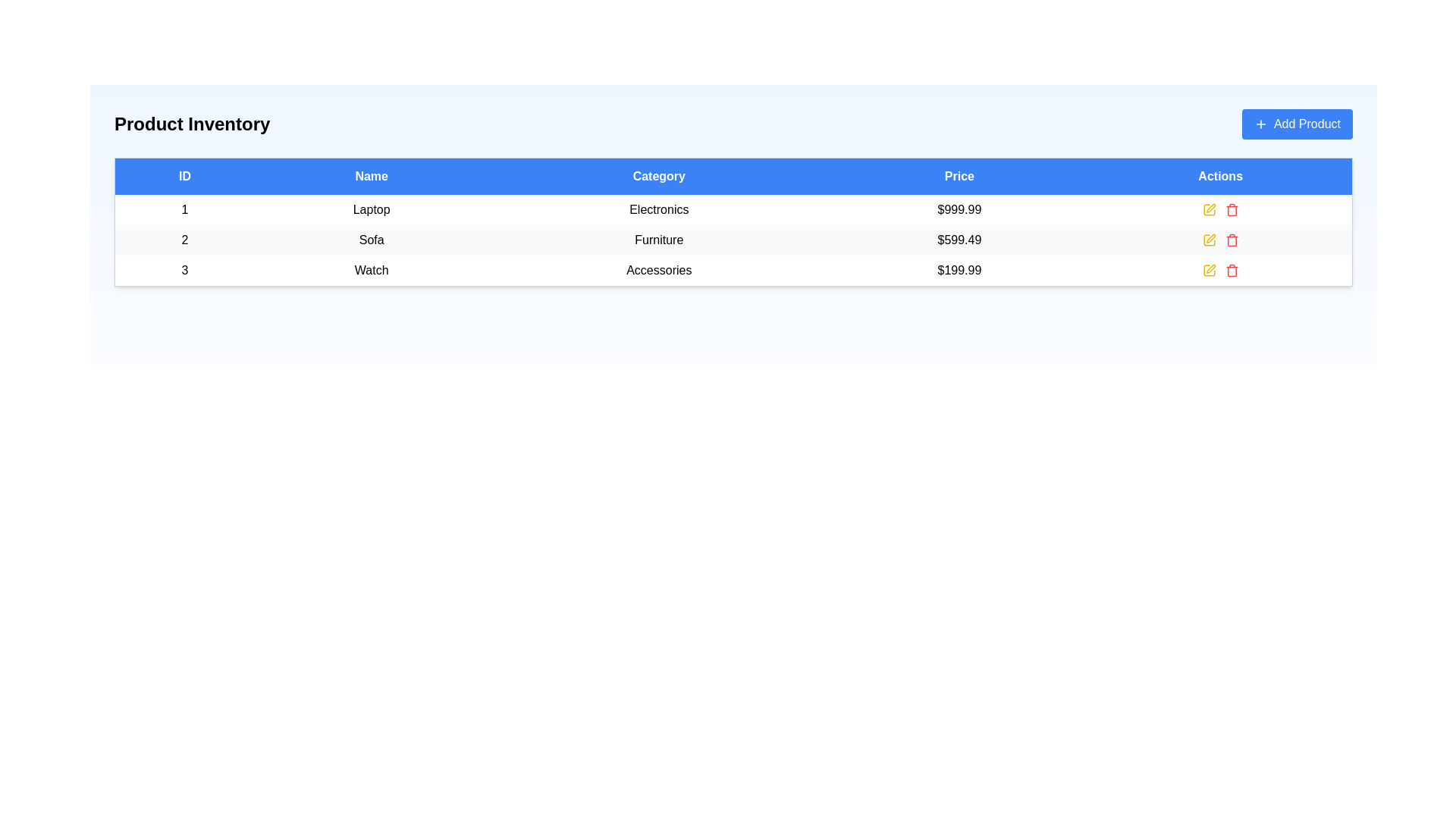  I want to click on the text label displaying 'Sofa', which is styled in a standard font and centered in the second row of a table under the 'Name' column, so click(372, 239).